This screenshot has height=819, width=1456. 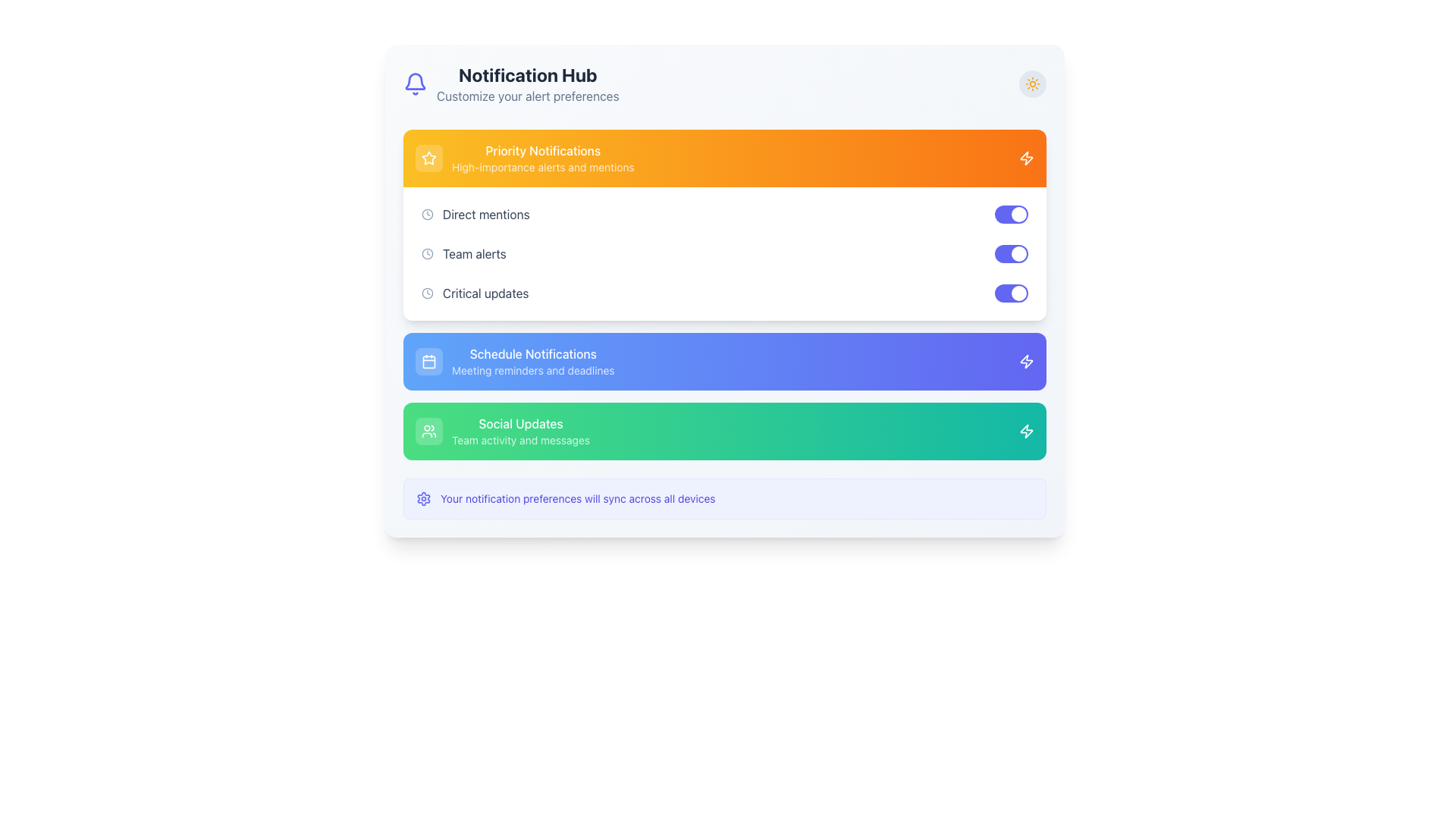 What do you see at coordinates (520, 441) in the screenshot?
I see `the Text Label that displays 'Team activity and messages', which is styled in white with reduced opacity and situated below the 'Social Updates' heading` at bounding box center [520, 441].